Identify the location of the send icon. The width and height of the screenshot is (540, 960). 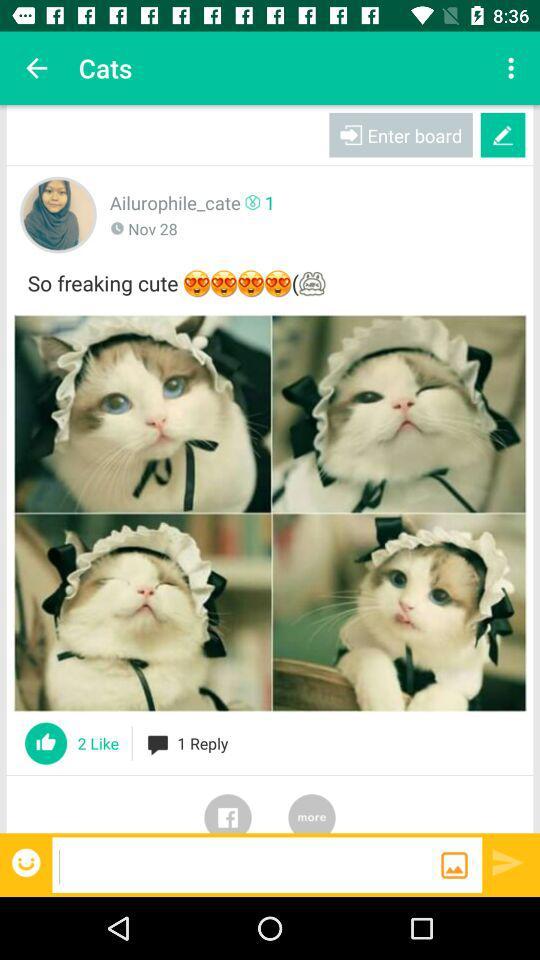
(508, 861).